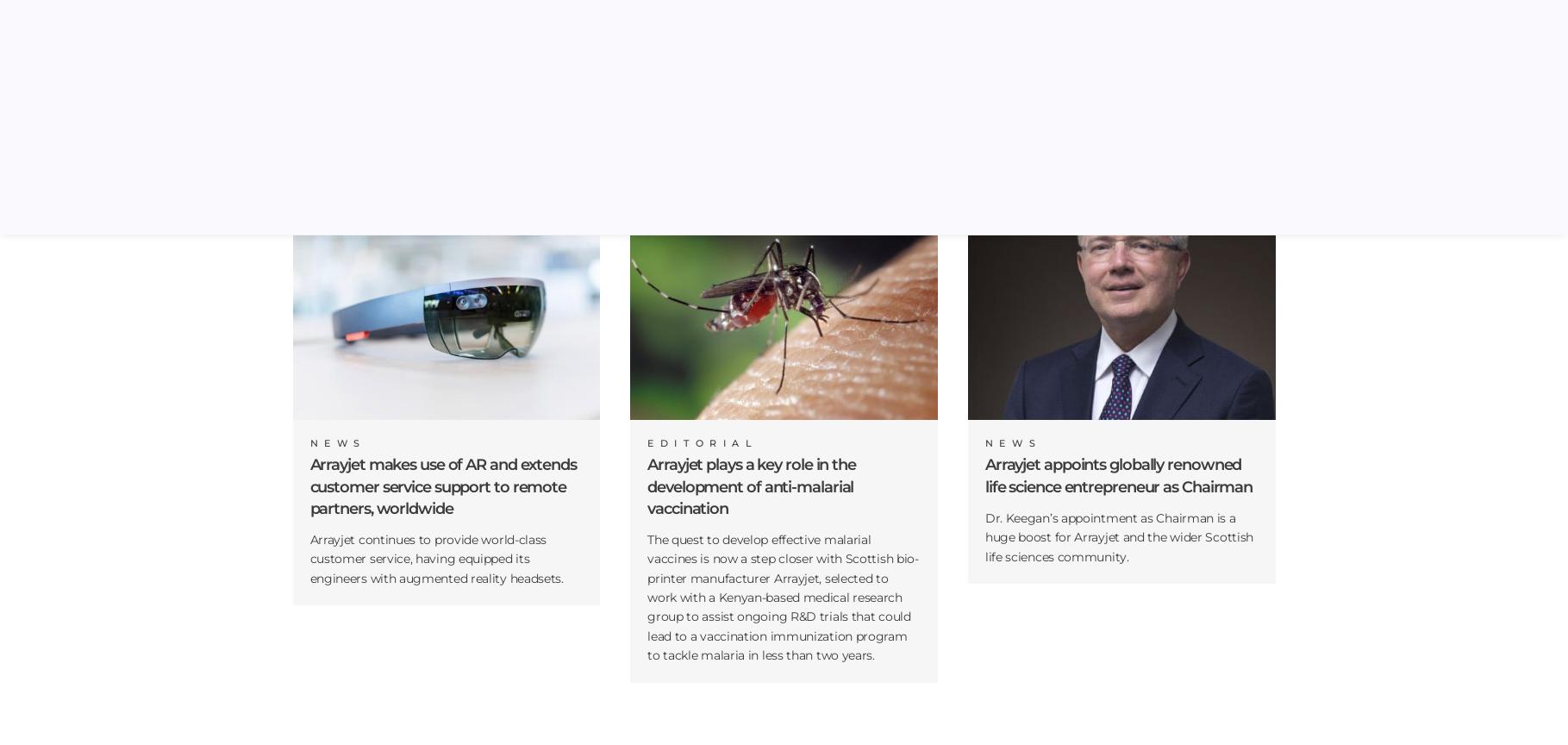 This screenshot has width=1568, height=745. What do you see at coordinates (775, 78) in the screenshot?
I see `'APG gear up for extended customer support in China'` at bounding box center [775, 78].